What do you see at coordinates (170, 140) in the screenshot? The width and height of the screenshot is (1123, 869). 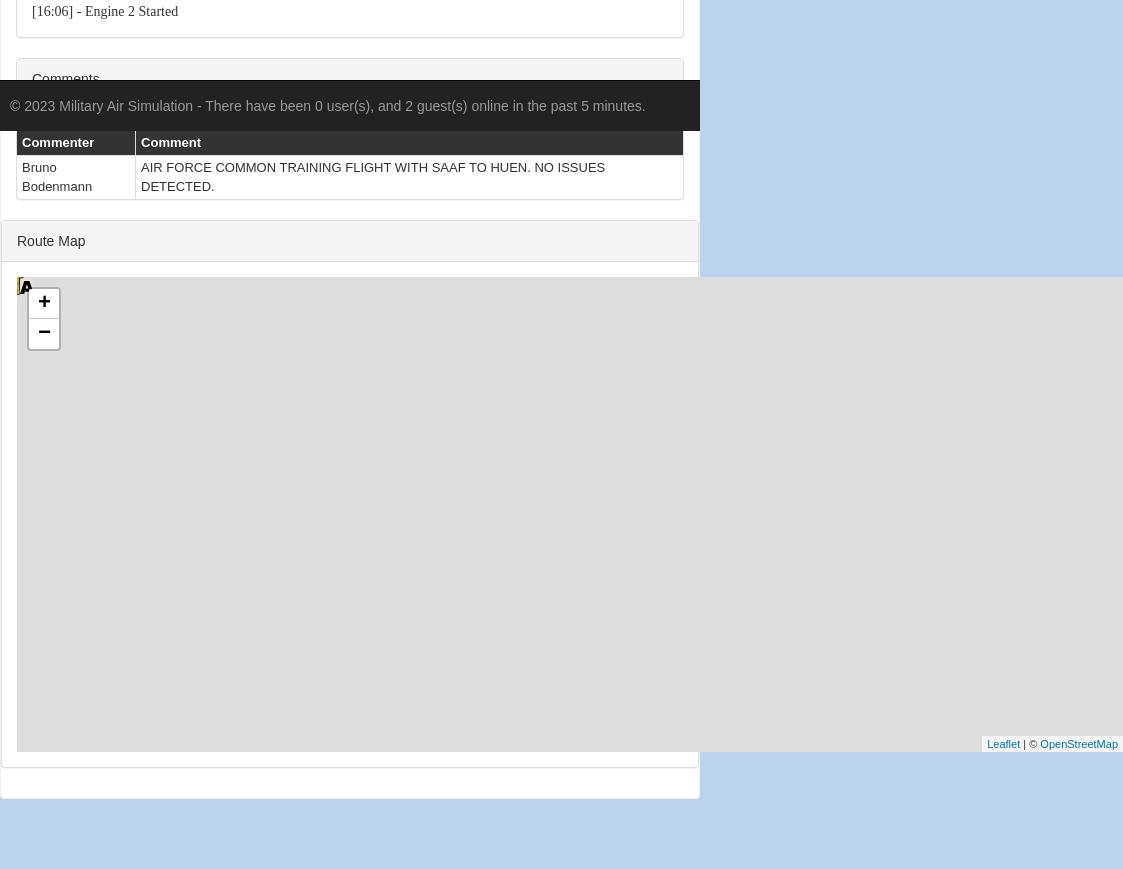 I see `'Comment'` at bounding box center [170, 140].